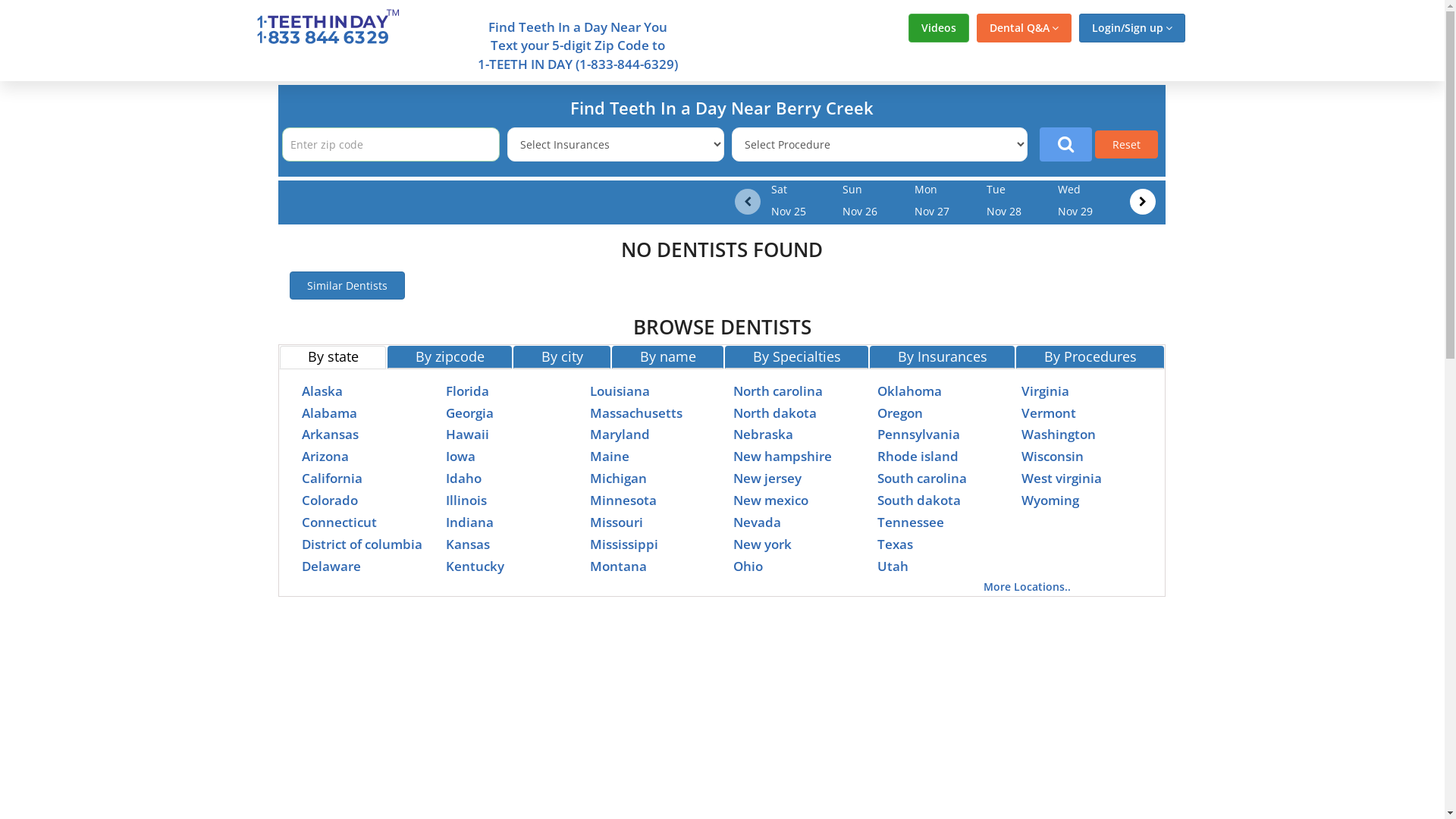 This screenshot has width=1456, height=819. Describe the element at coordinates (463, 478) in the screenshot. I see `'Idaho'` at that location.